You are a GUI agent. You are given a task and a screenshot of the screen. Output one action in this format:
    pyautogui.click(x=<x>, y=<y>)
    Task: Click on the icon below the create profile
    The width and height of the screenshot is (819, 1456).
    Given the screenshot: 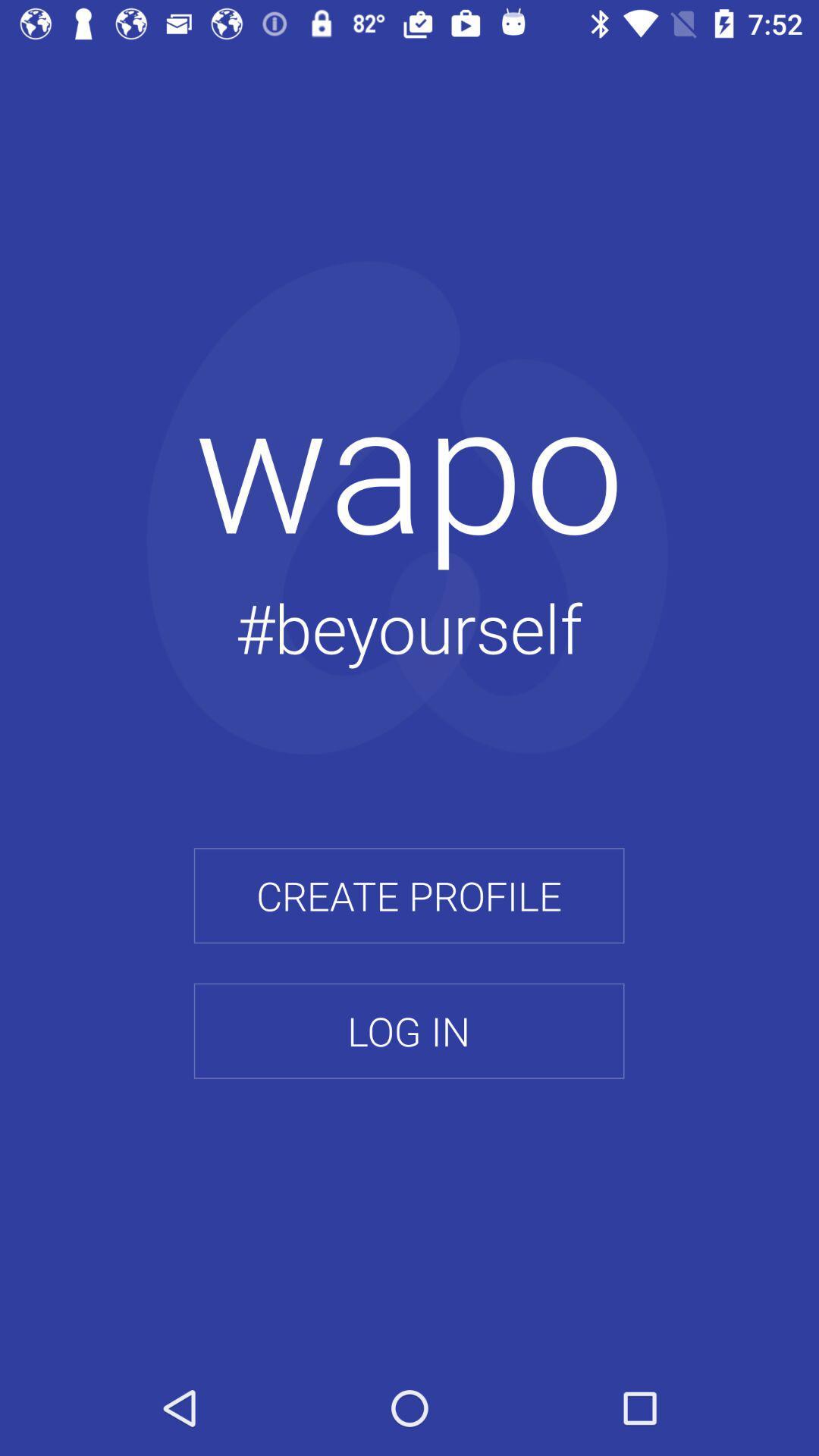 What is the action you would take?
    pyautogui.click(x=408, y=1031)
    